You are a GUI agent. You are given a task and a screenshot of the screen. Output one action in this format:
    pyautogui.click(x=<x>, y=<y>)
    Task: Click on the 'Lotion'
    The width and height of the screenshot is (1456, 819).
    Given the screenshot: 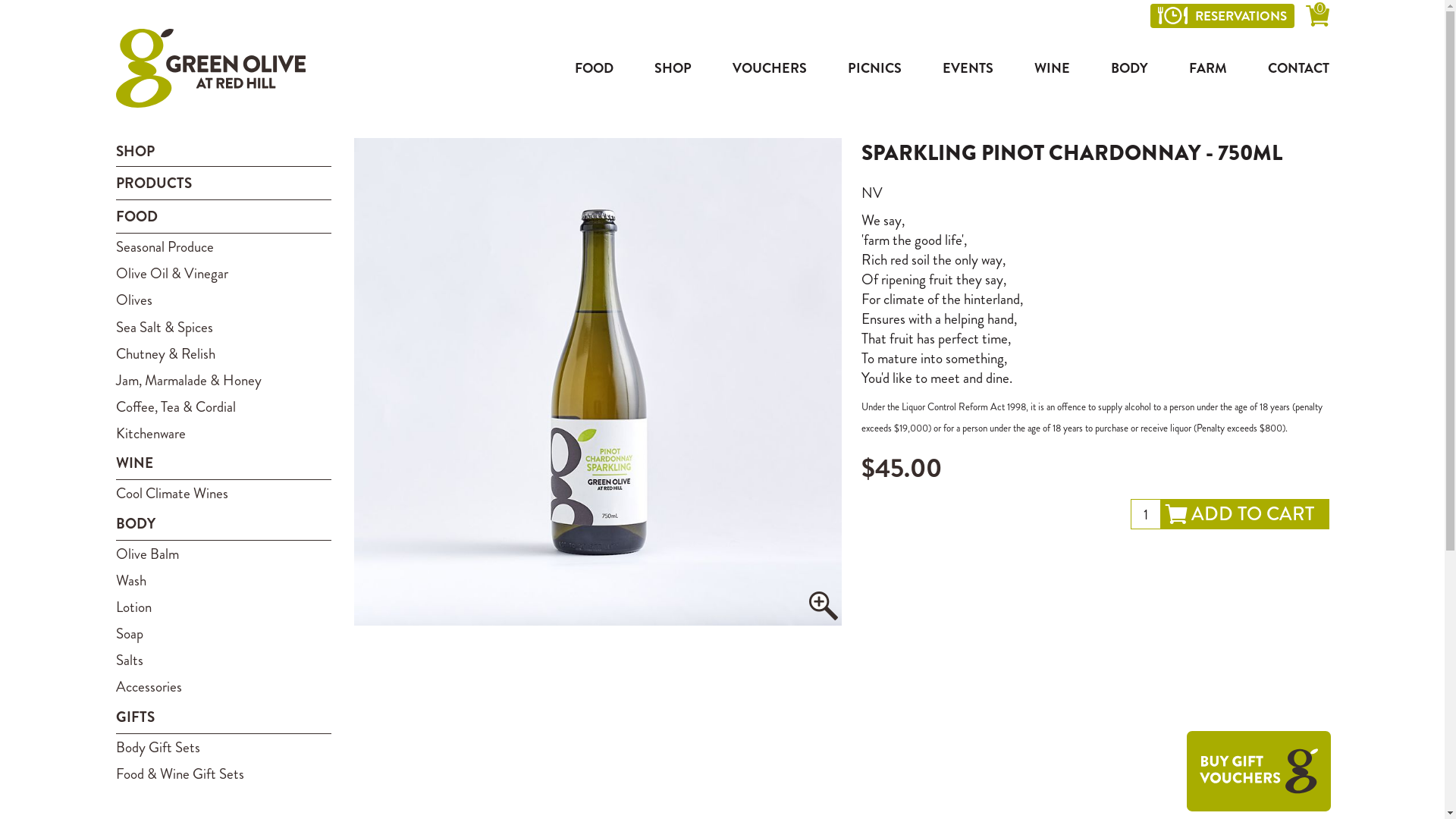 What is the action you would take?
    pyautogui.click(x=222, y=606)
    